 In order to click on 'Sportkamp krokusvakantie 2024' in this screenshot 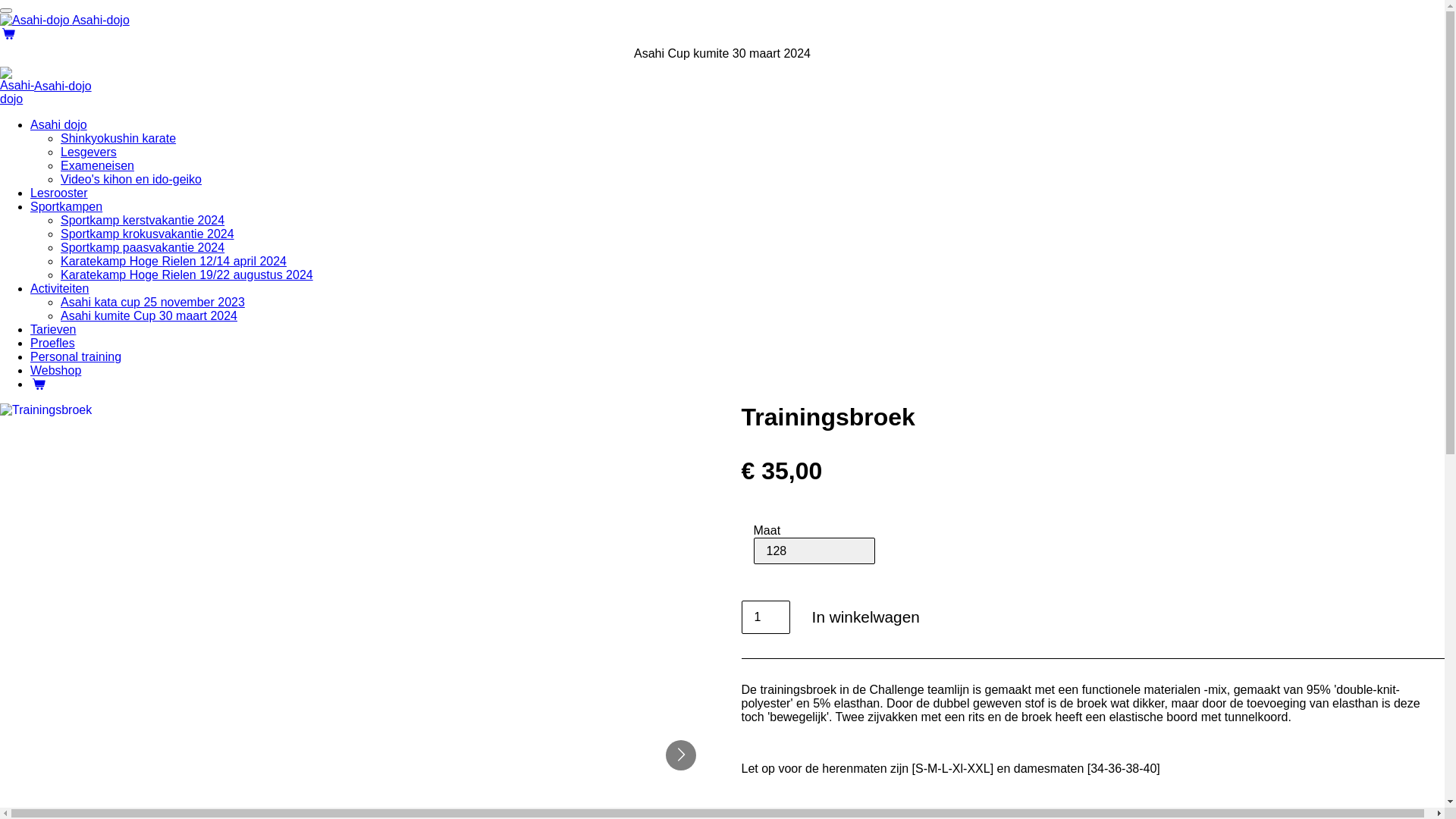, I will do `click(147, 234)`.